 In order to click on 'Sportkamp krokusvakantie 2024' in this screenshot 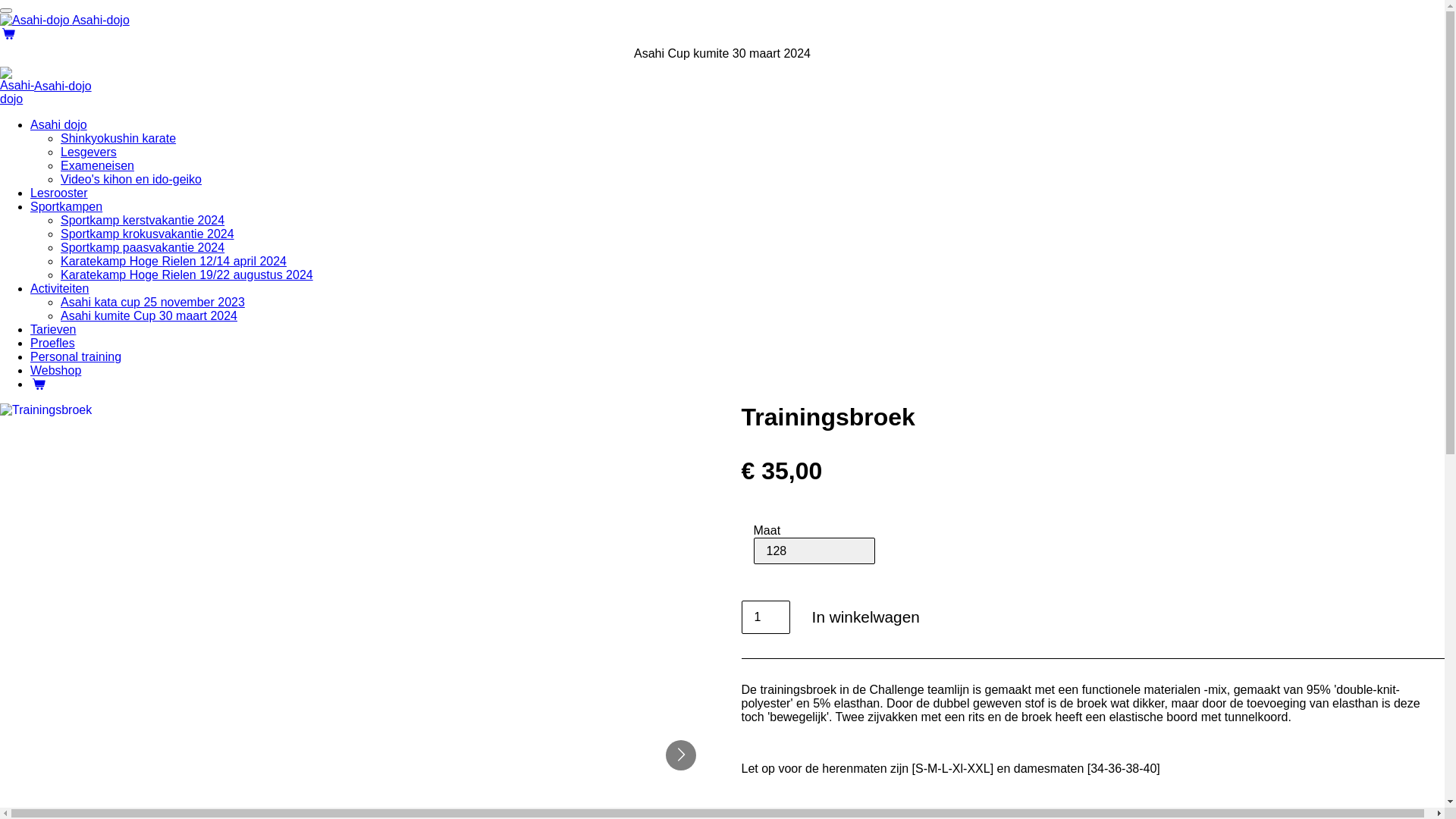, I will do `click(147, 234)`.